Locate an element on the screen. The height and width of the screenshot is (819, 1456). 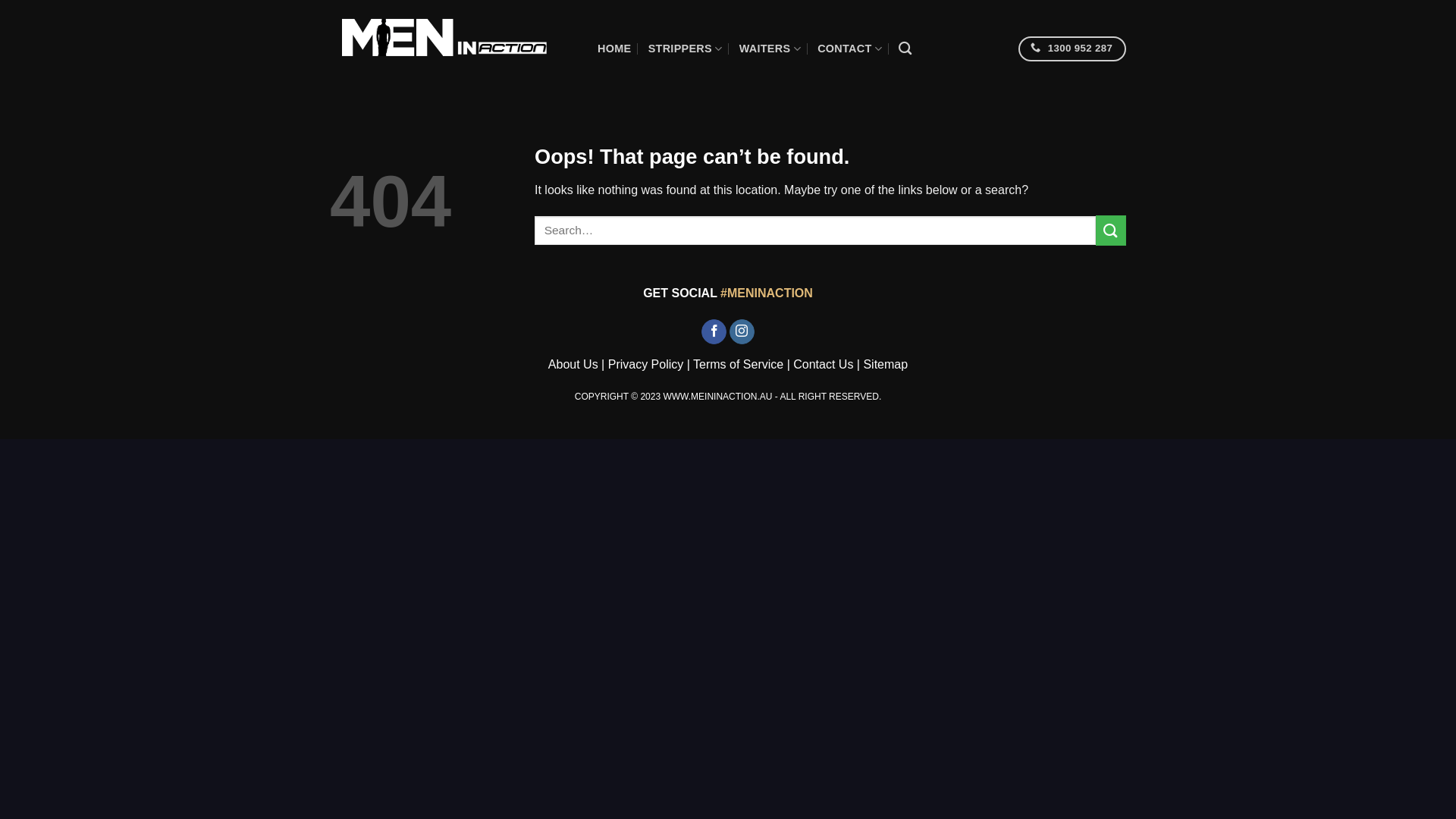
'About Us' is located at coordinates (573, 364).